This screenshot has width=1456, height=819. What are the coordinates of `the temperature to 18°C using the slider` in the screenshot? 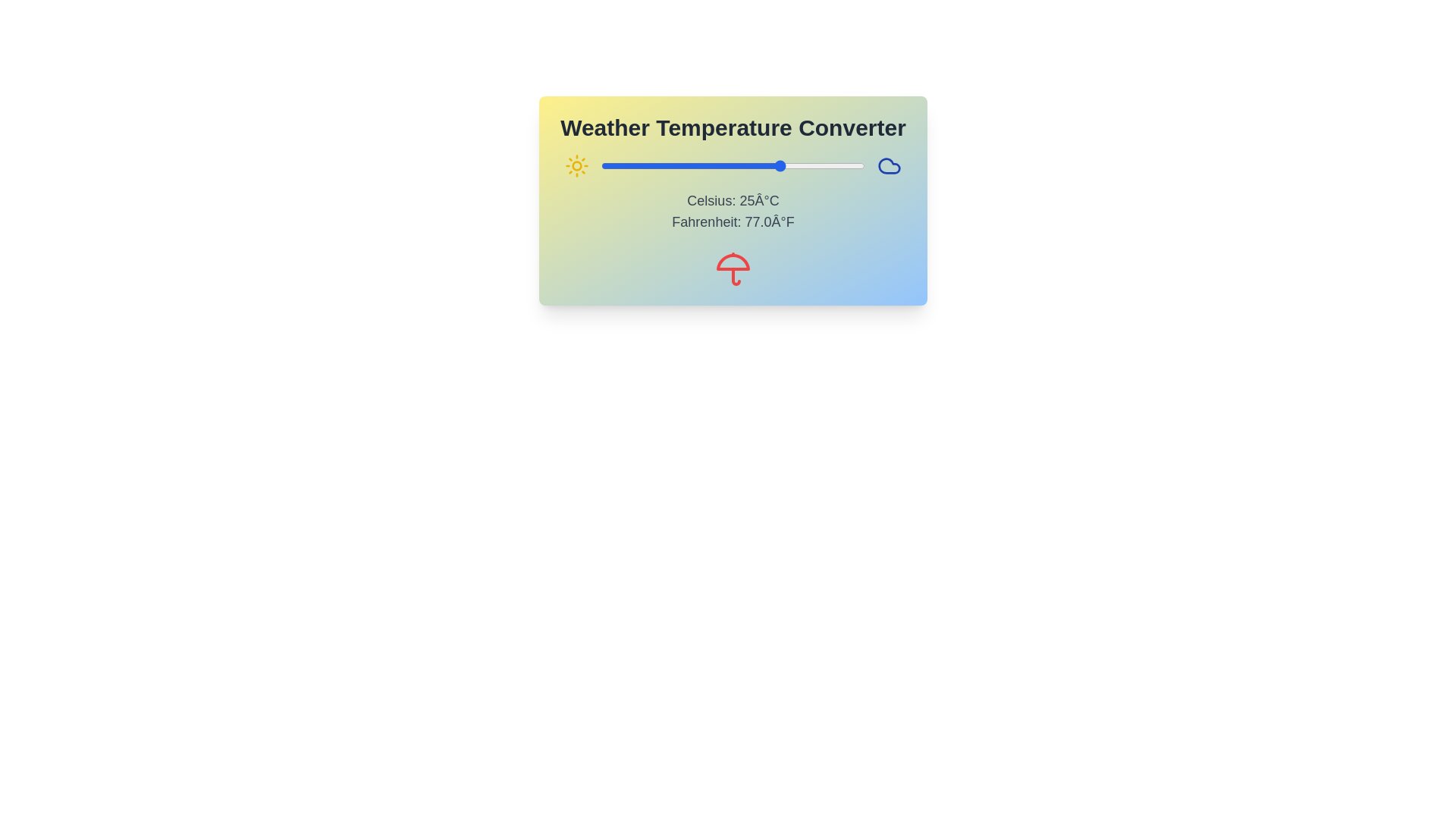 It's located at (759, 166).